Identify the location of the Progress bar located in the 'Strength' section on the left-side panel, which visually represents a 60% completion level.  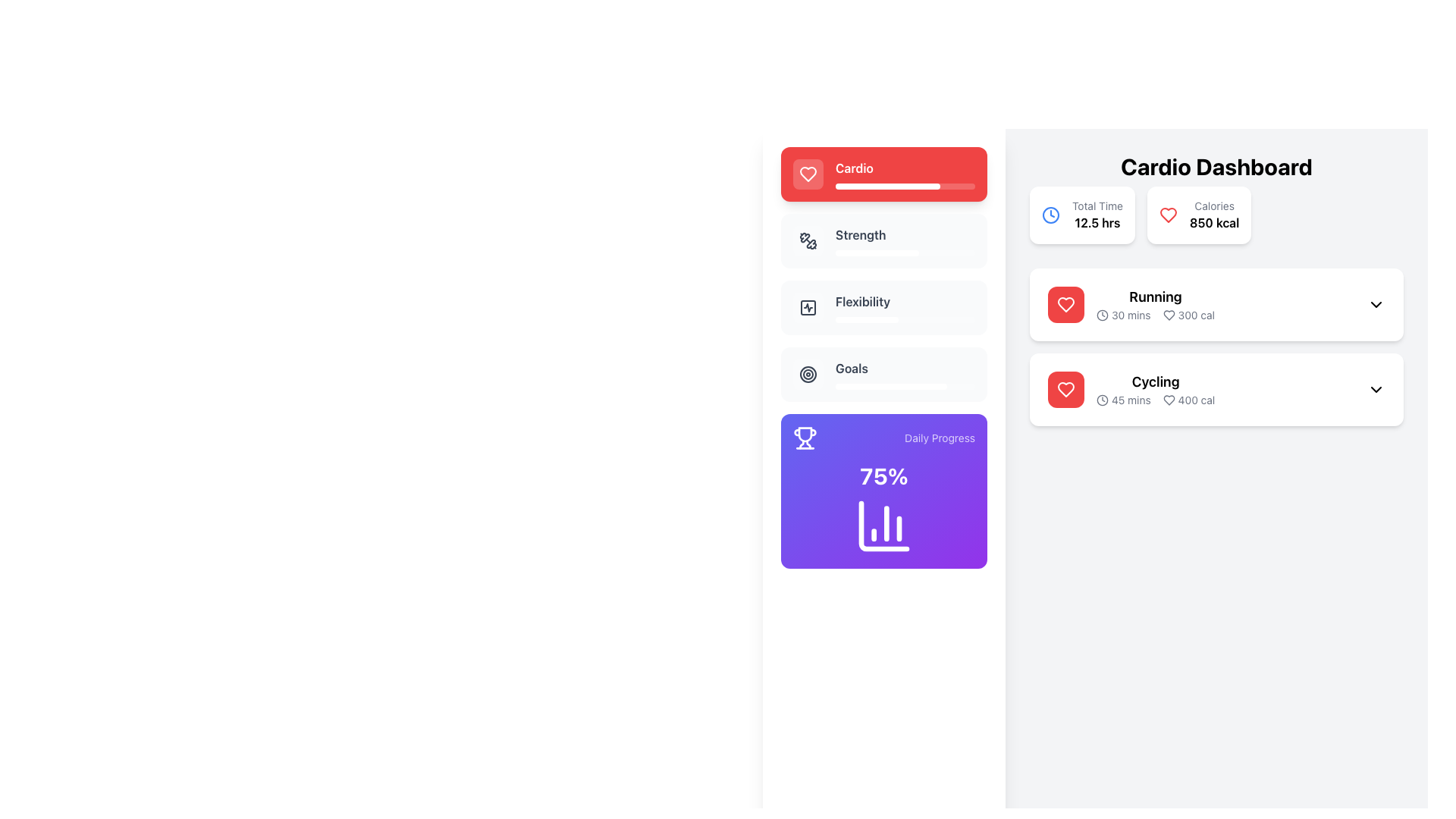
(877, 253).